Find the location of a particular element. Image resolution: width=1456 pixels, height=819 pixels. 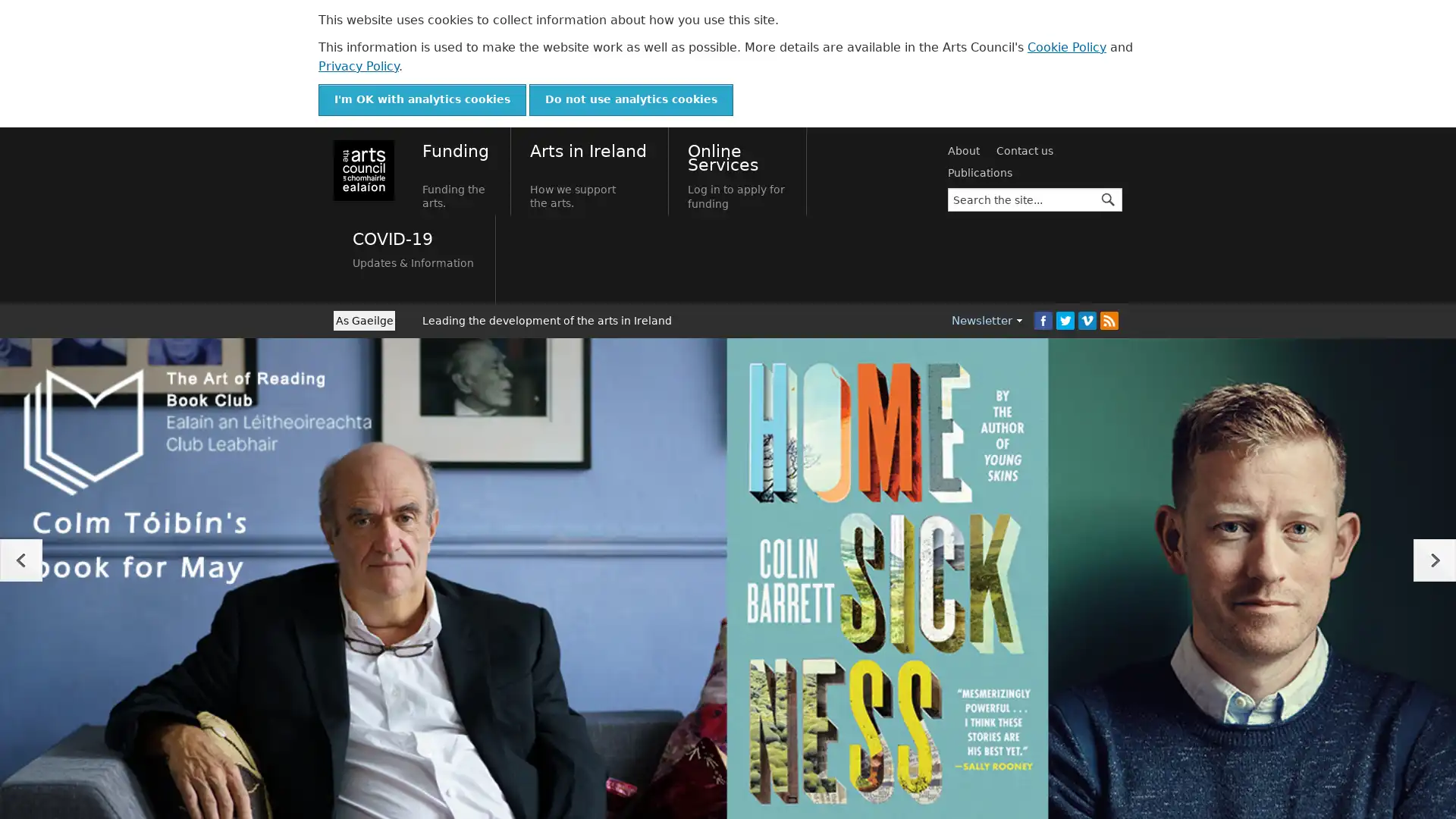

Do not use analytics cookies is located at coordinates (631, 99).